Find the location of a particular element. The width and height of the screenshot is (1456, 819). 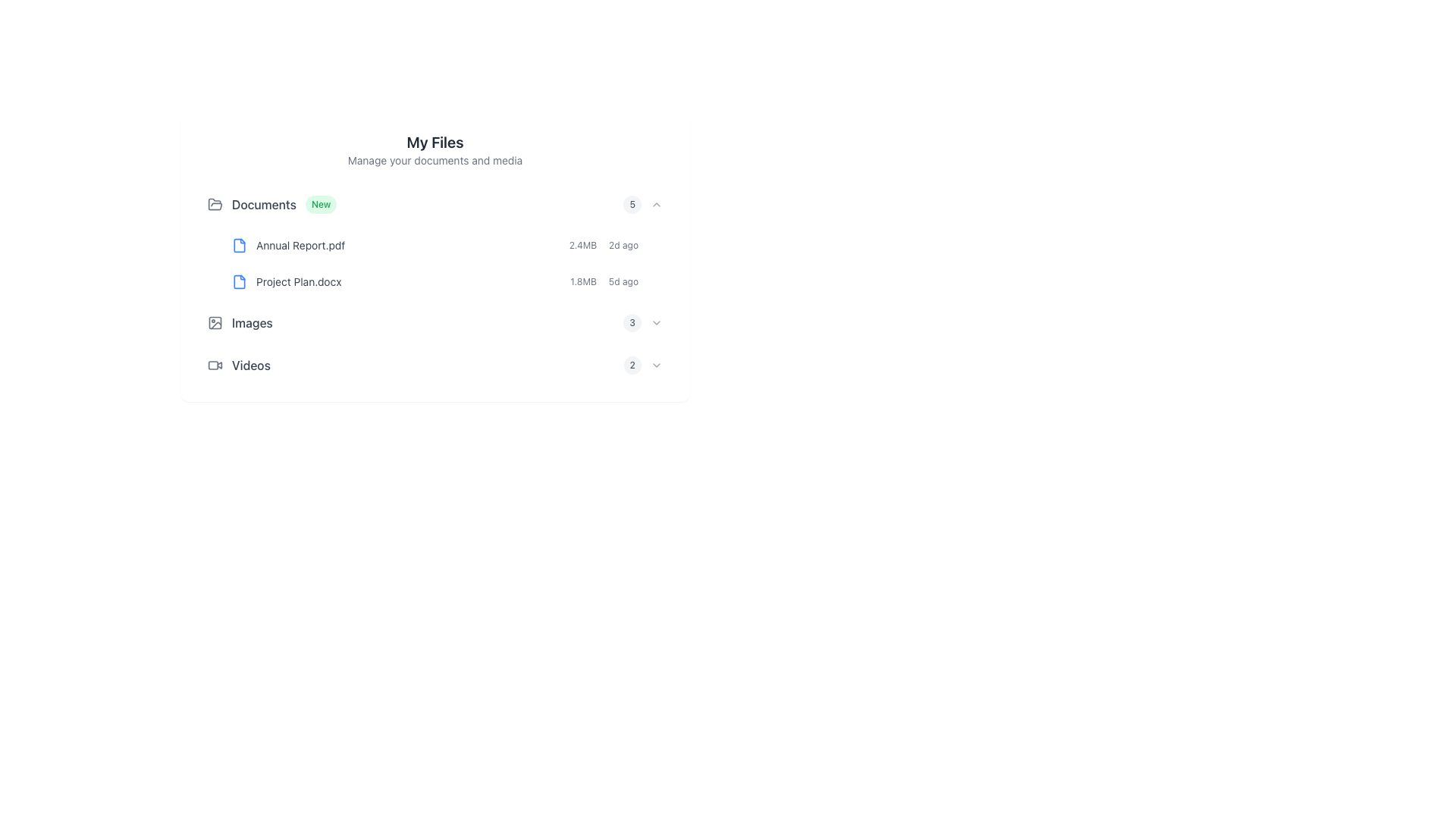

the list item representing the 'Documents' folder, which has a folder icon, the text 'Documents' in medium gray font, and a 'New' badge in green font is located at coordinates (272, 205).